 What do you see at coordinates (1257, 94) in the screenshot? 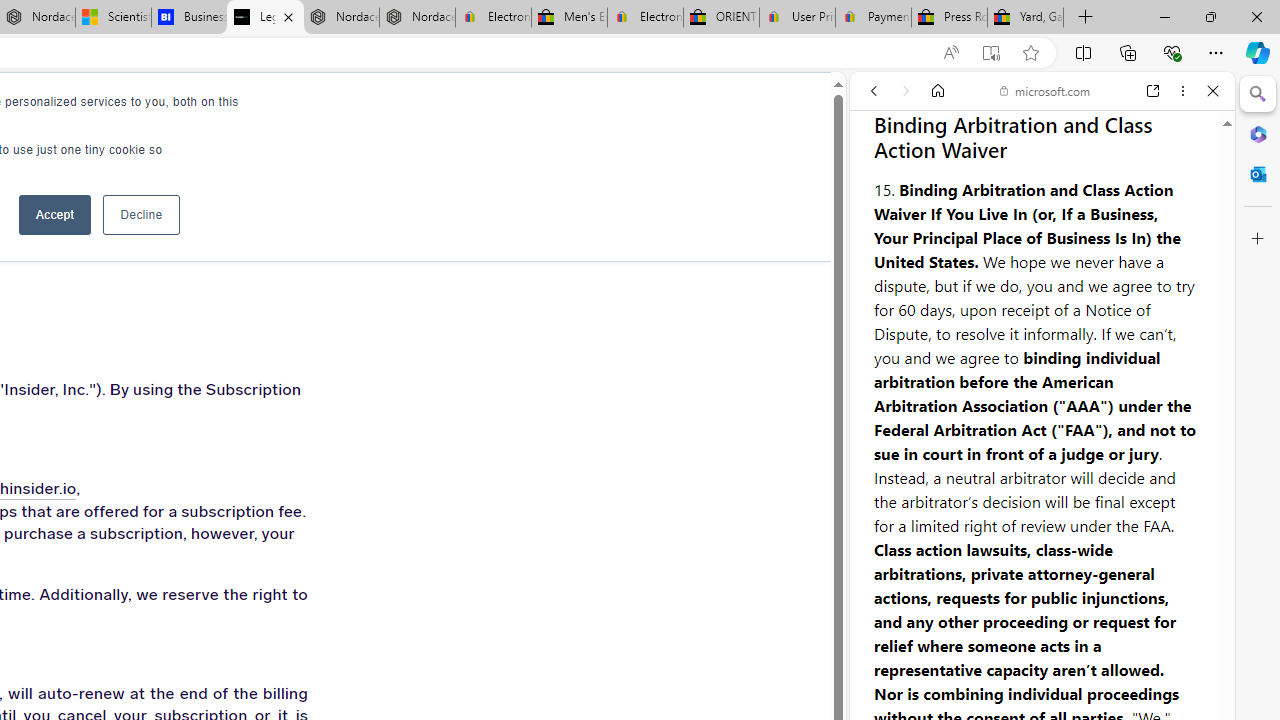
I see `'Minimize Search pane'` at bounding box center [1257, 94].